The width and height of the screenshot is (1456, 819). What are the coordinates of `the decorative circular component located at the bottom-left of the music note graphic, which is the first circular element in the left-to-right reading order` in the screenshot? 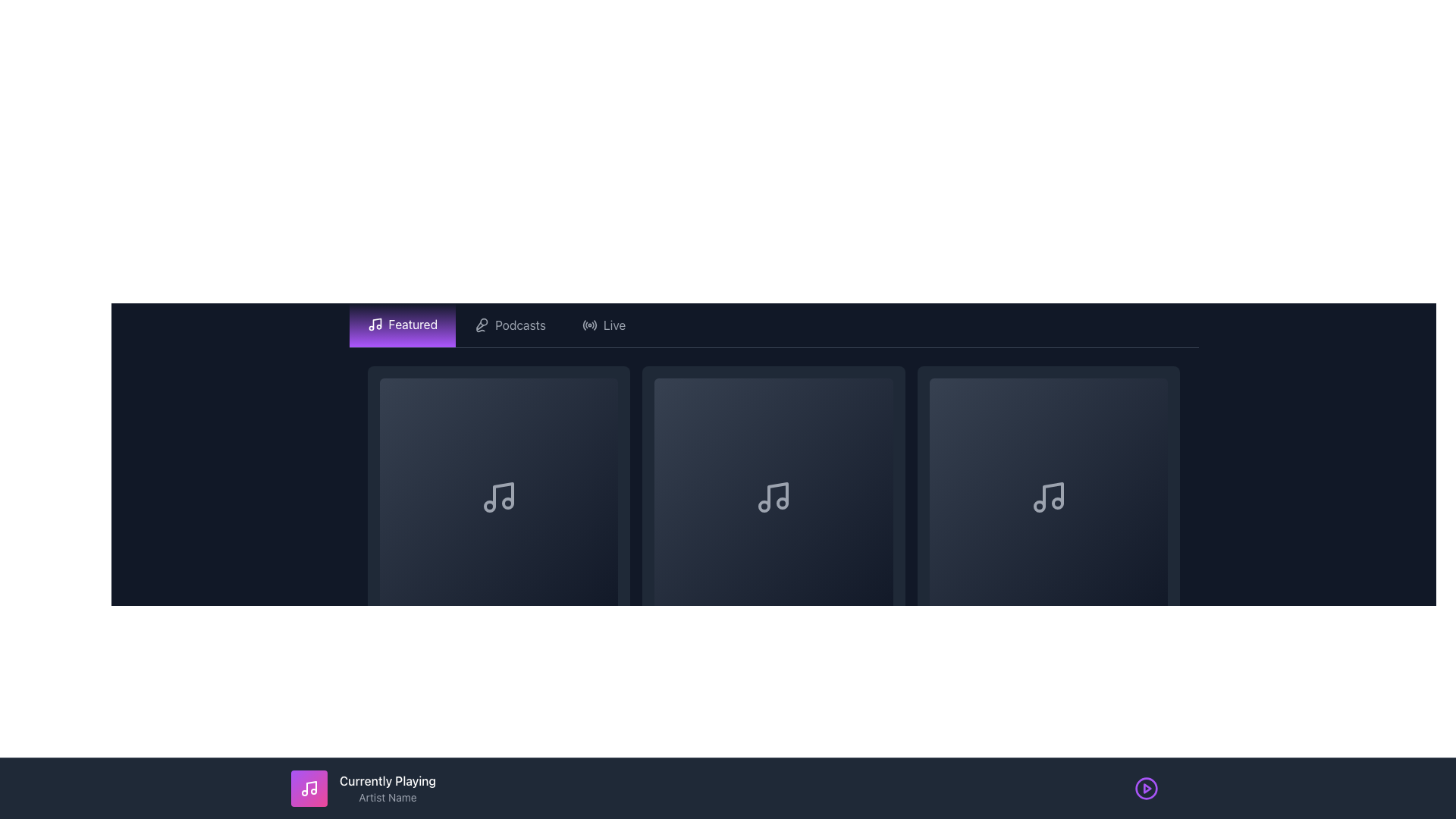 It's located at (489, 507).